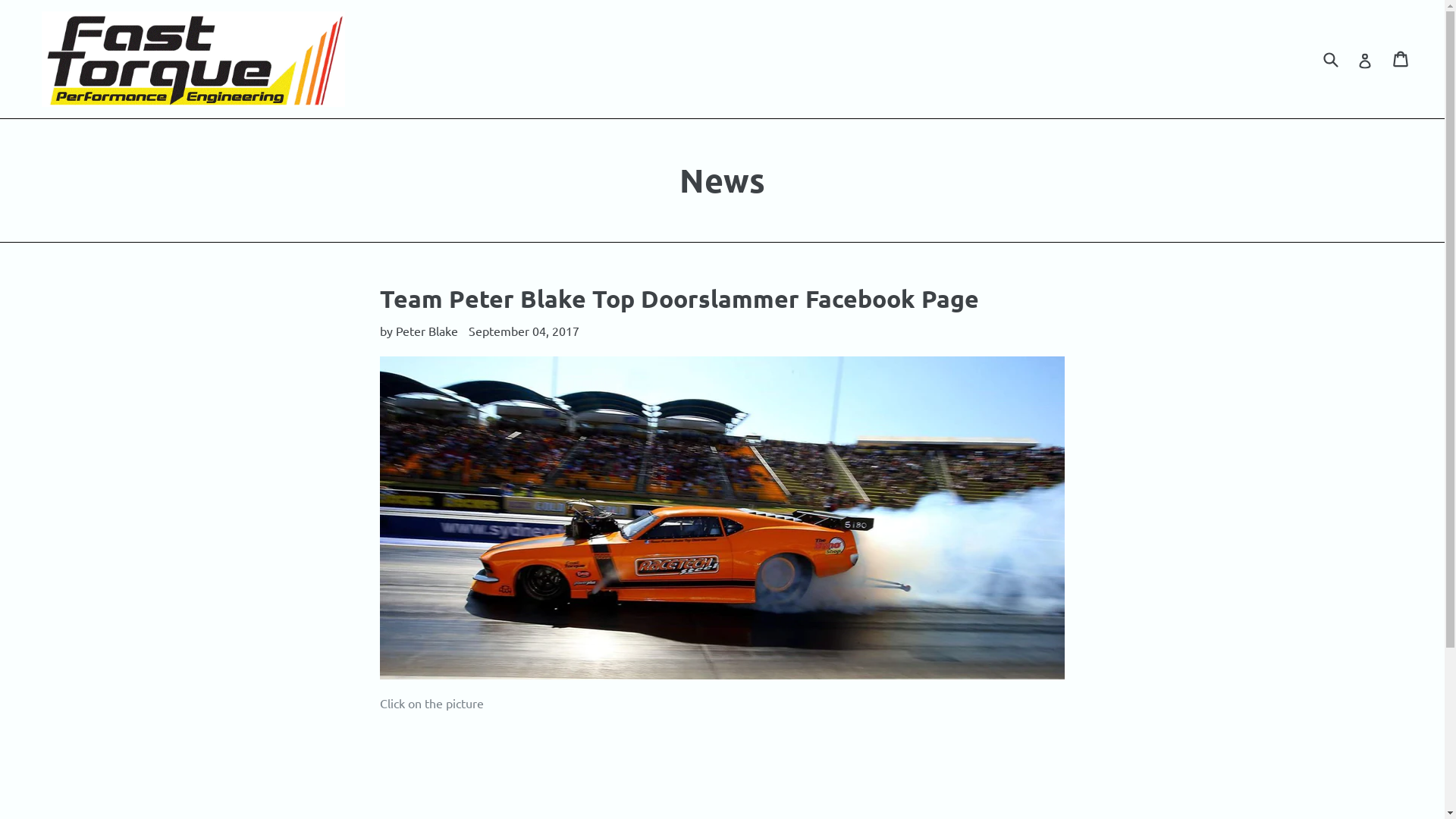 The width and height of the screenshot is (1456, 819). What do you see at coordinates (679, 298) in the screenshot?
I see `'Team Peter Blake Top Doorslammer Facebook Page'` at bounding box center [679, 298].